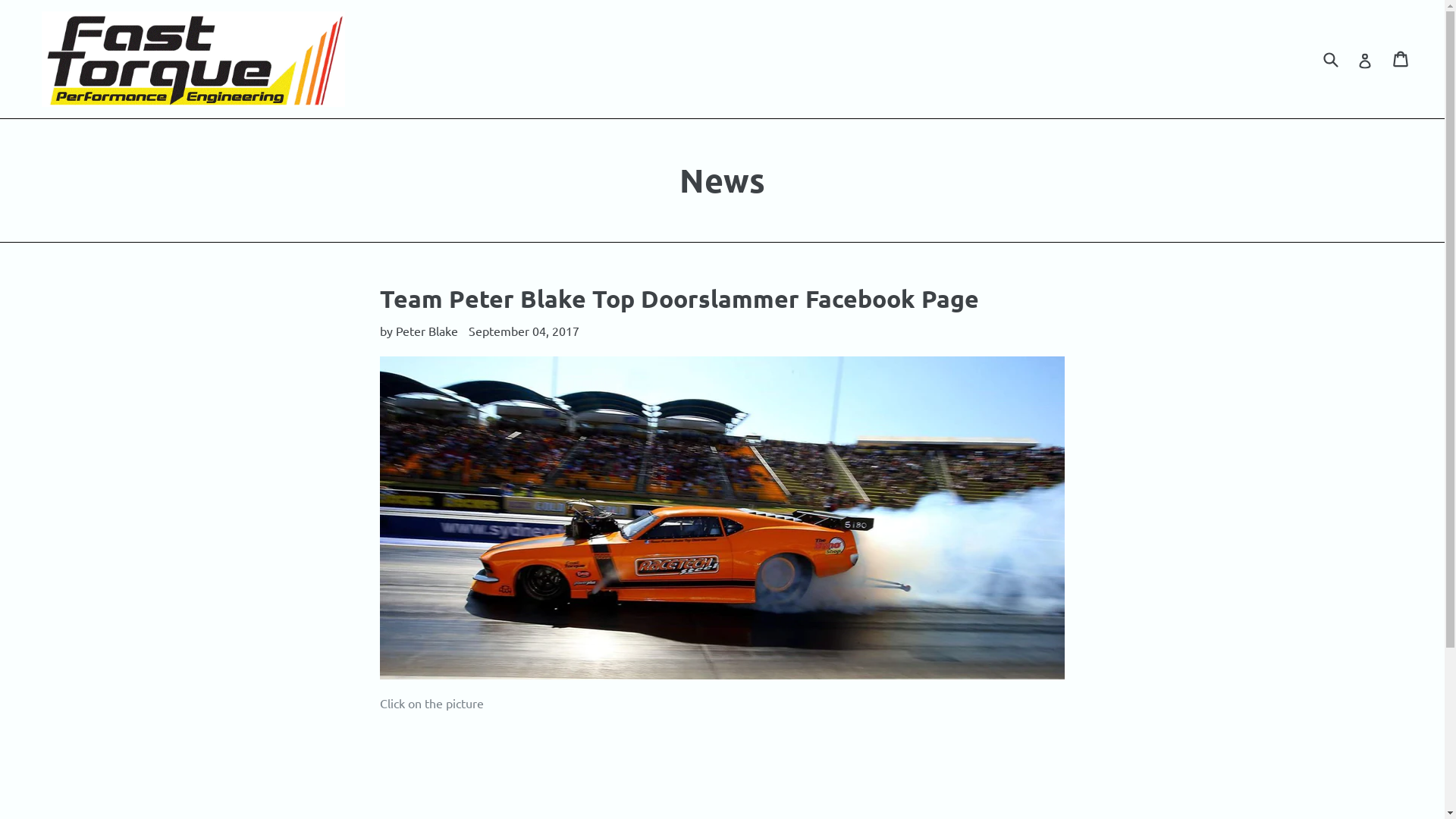 The width and height of the screenshot is (1456, 819). What do you see at coordinates (679, 298) in the screenshot?
I see `'Team Peter Blake Top Doorslammer Facebook Page'` at bounding box center [679, 298].